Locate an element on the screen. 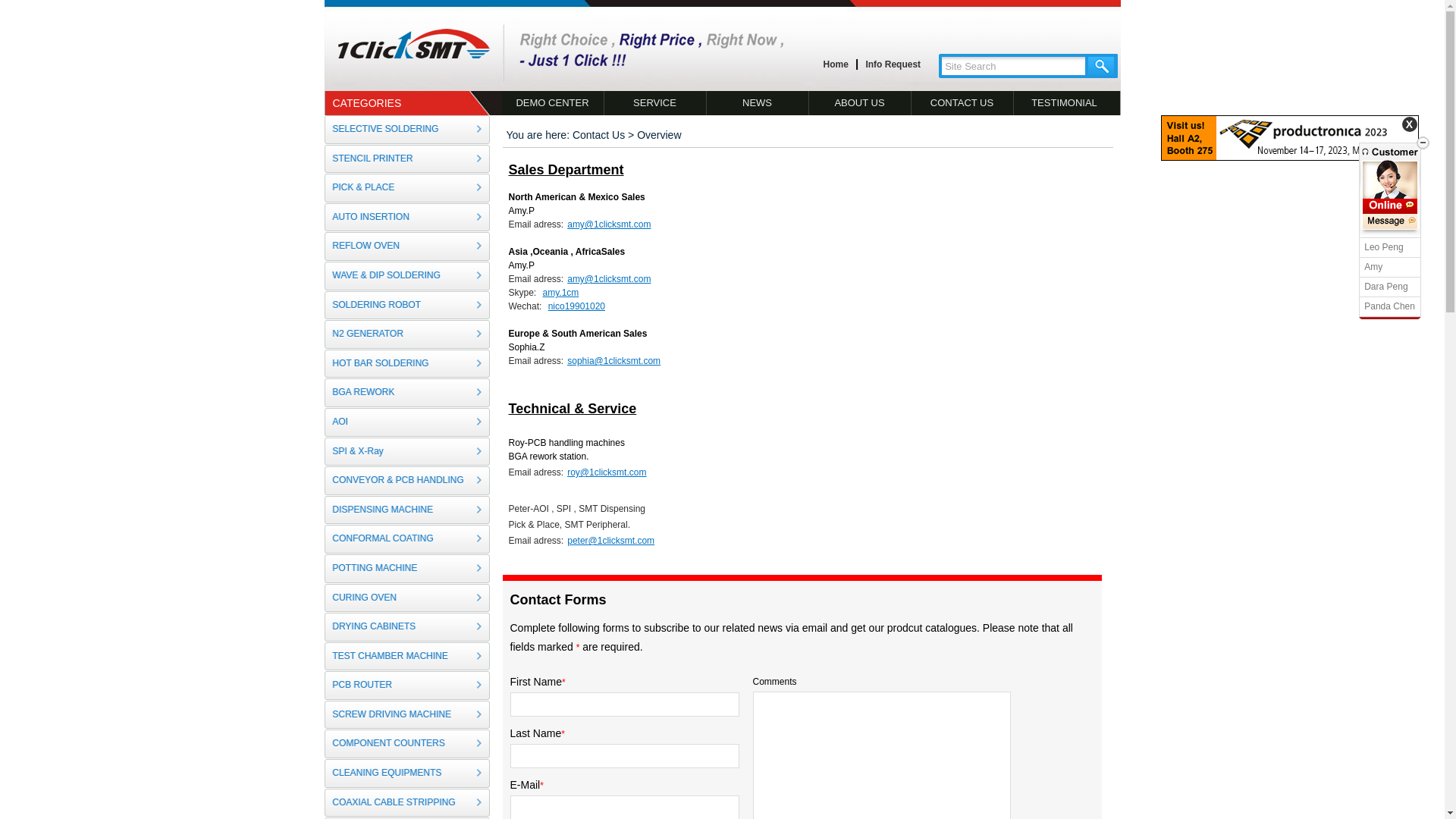 Image resolution: width=1456 pixels, height=819 pixels. 'productronica 2023' is located at coordinates (1288, 158).